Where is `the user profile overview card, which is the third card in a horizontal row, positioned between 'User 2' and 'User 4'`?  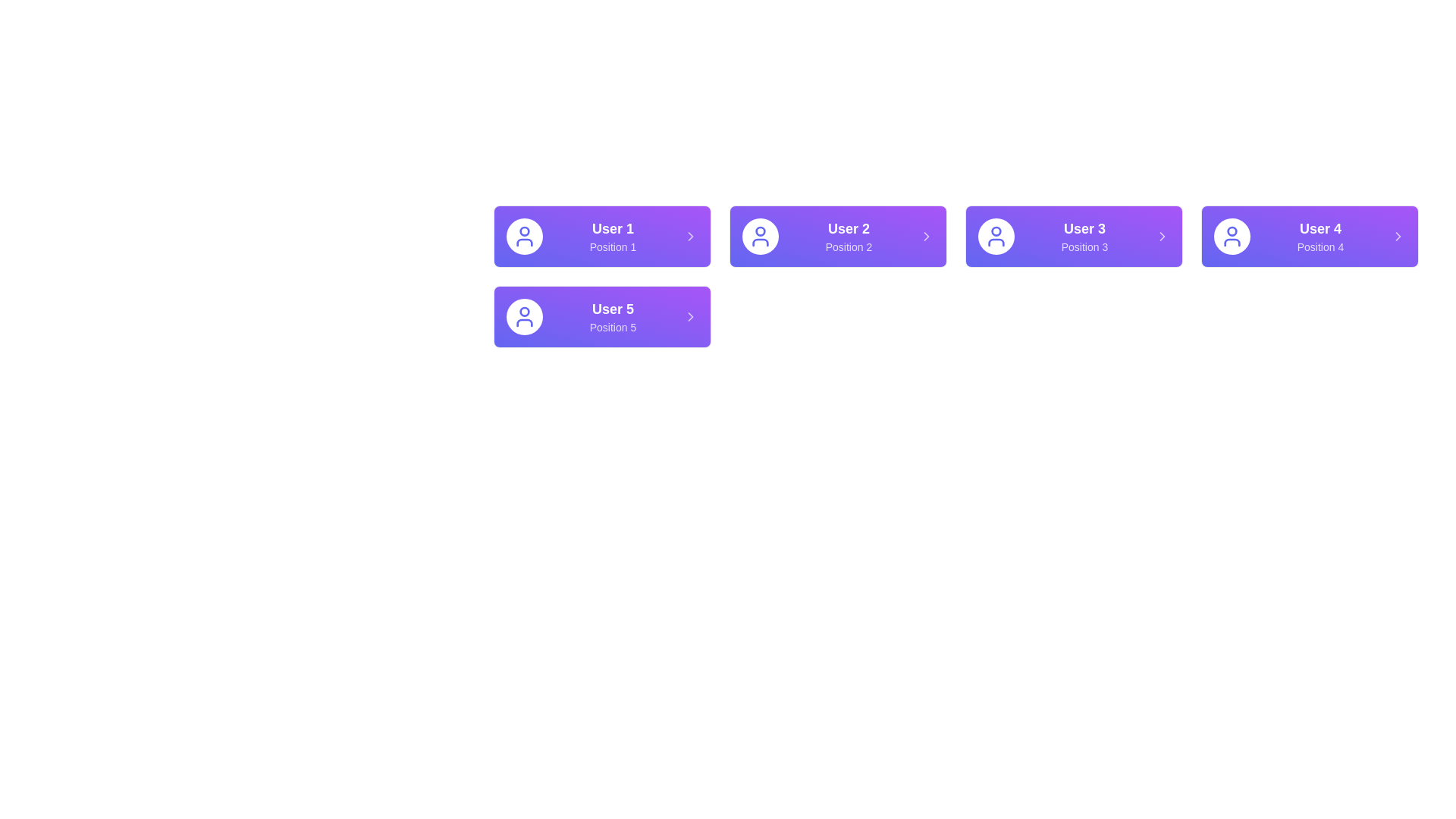 the user profile overview card, which is the third card in a horizontal row, positioned between 'User 2' and 'User 4' is located at coordinates (1073, 237).